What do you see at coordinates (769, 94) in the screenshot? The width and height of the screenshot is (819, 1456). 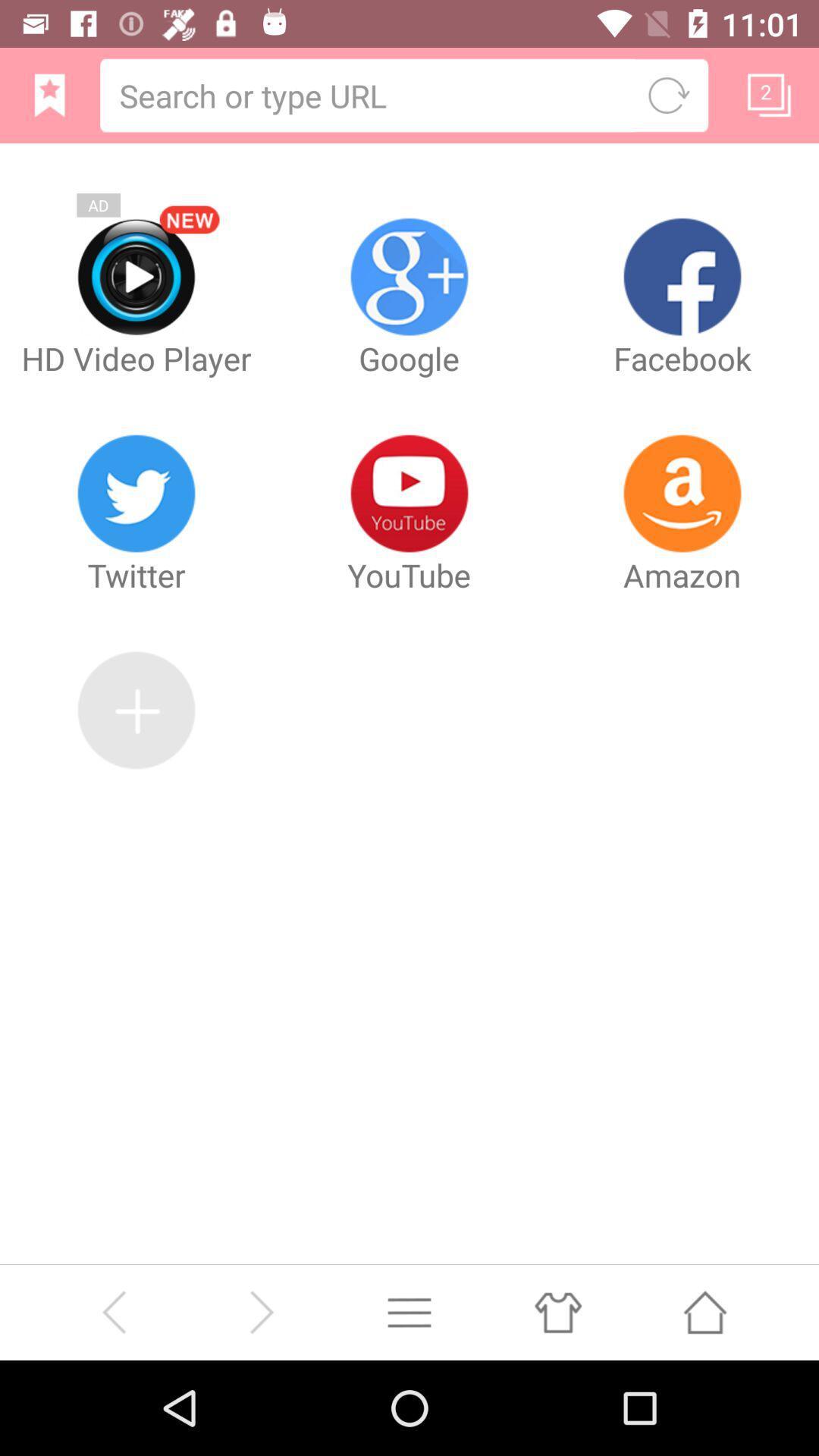 I see `bookmark` at bounding box center [769, 94].